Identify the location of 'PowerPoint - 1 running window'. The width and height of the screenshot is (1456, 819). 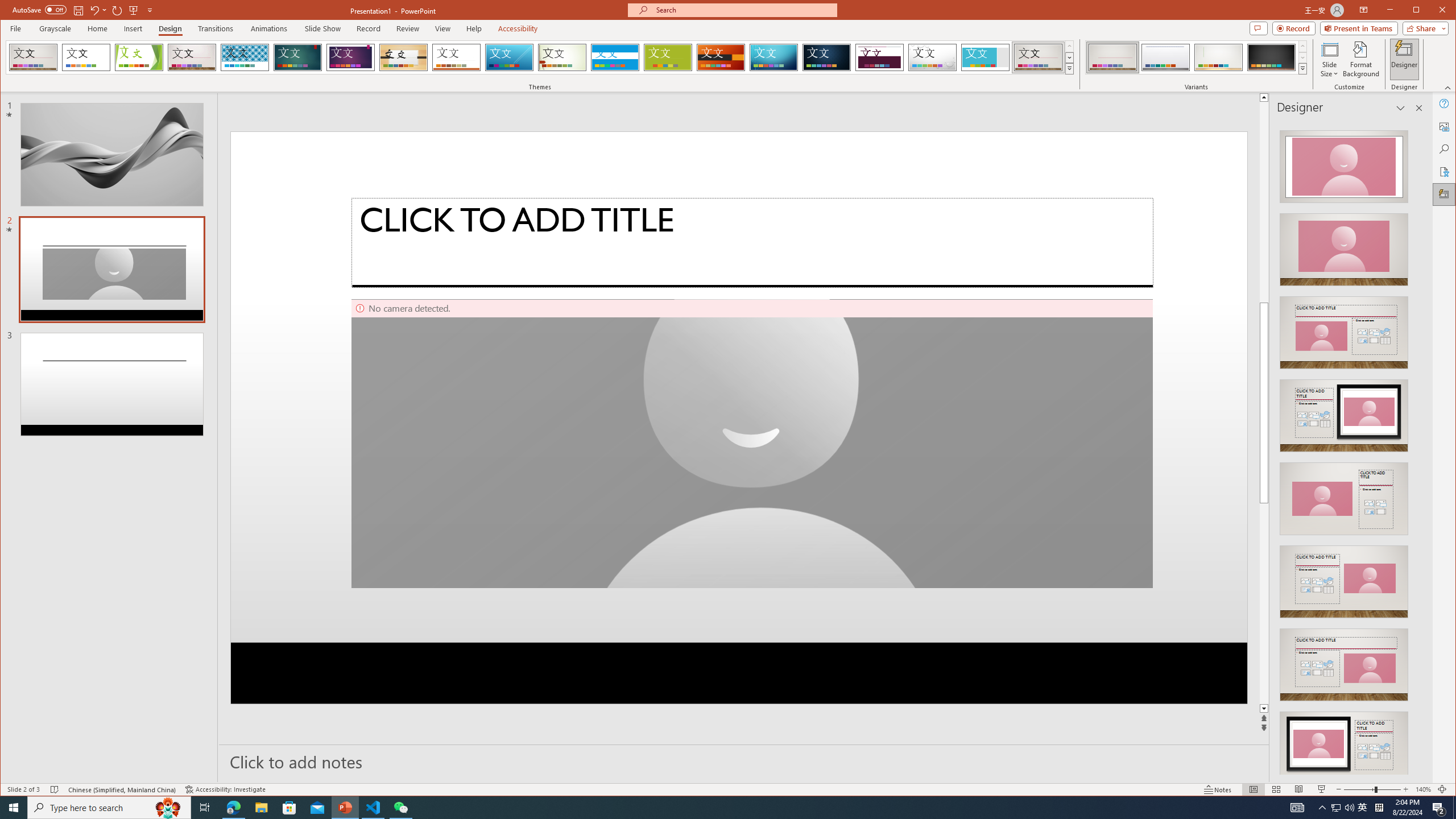
(345, 806).